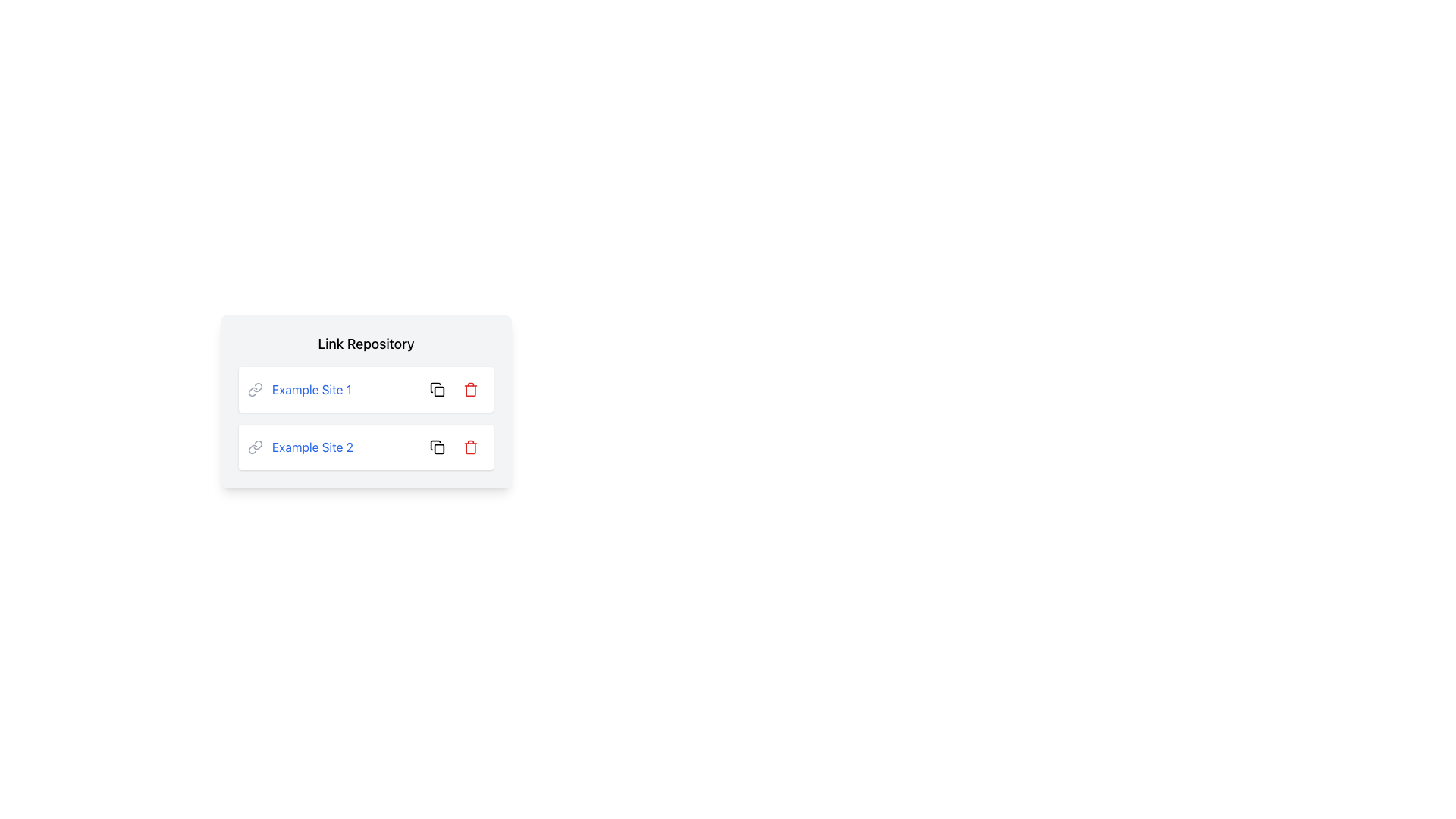 This screenshot has width=1456, height=819. Describe the element at coordinates (300, 388) in the screenshot. I see `the hyperlink labeled 'Example Site 1', which is styled in blue and underlined` at that location.